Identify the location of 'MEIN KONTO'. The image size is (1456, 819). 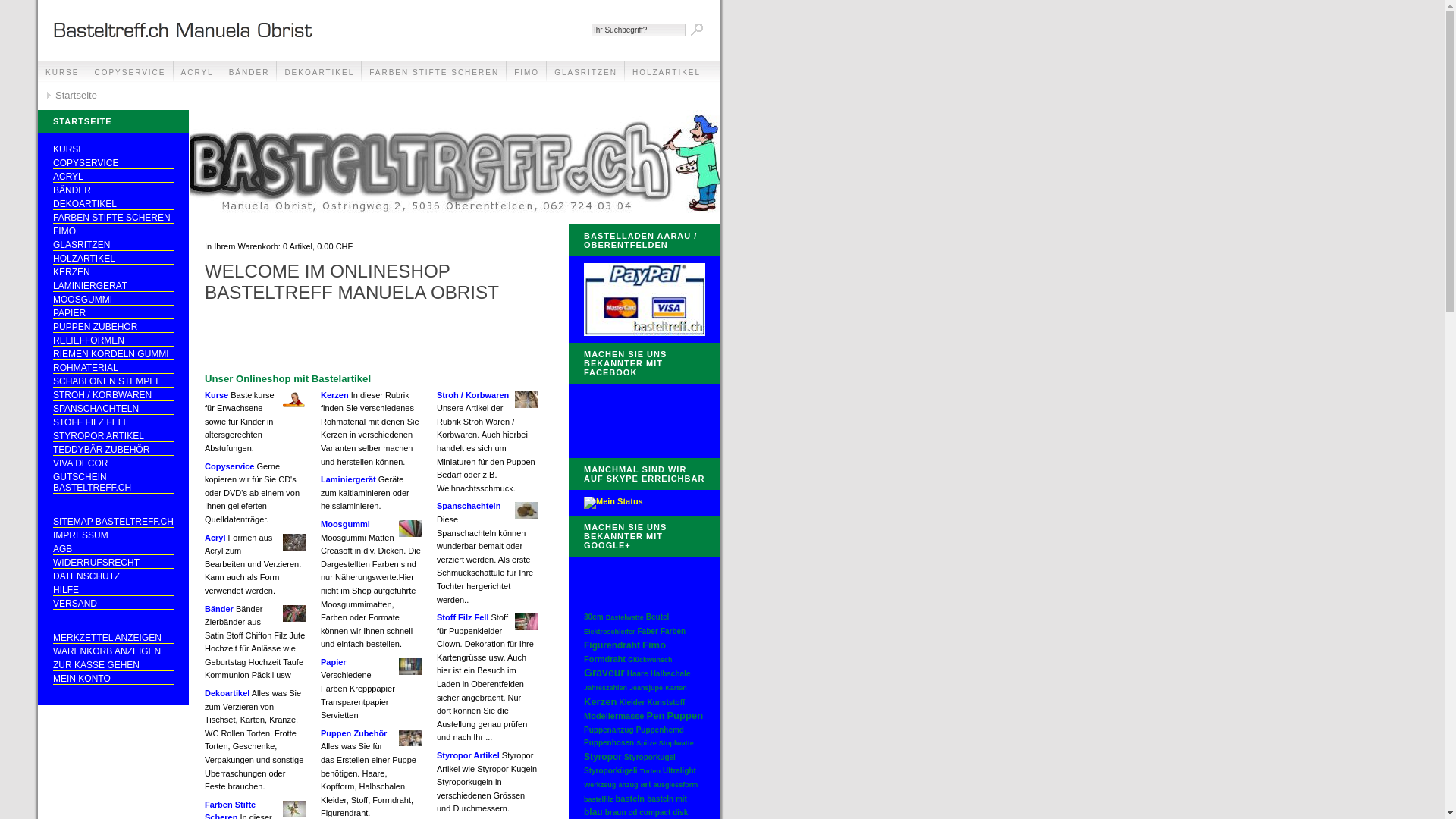
(112, 678).